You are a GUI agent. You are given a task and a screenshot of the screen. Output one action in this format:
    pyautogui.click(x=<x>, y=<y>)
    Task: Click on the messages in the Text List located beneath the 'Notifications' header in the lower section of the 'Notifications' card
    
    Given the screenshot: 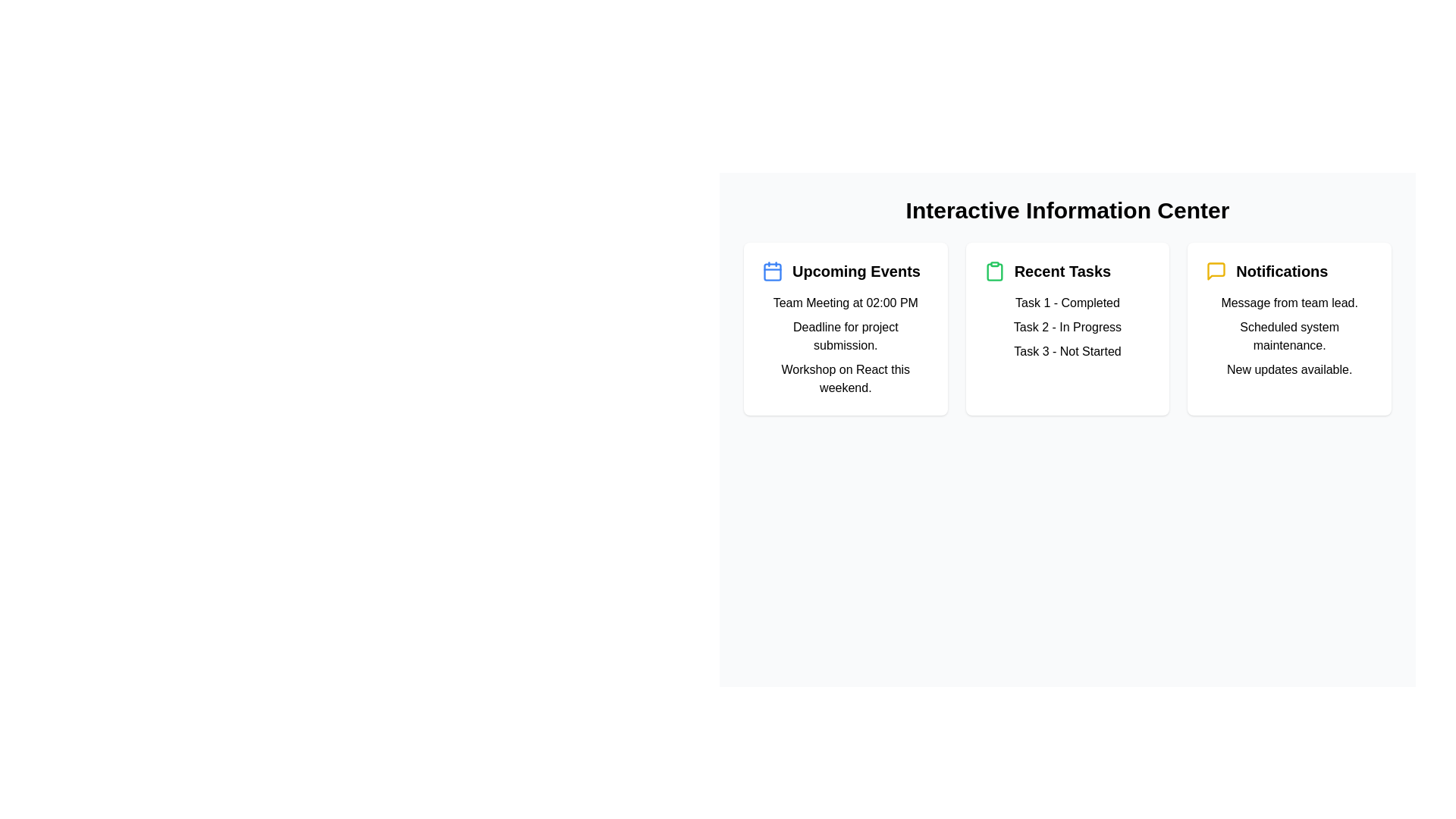 What is the action you would take?
    pyautogui.click(x=1288, y=335)
    